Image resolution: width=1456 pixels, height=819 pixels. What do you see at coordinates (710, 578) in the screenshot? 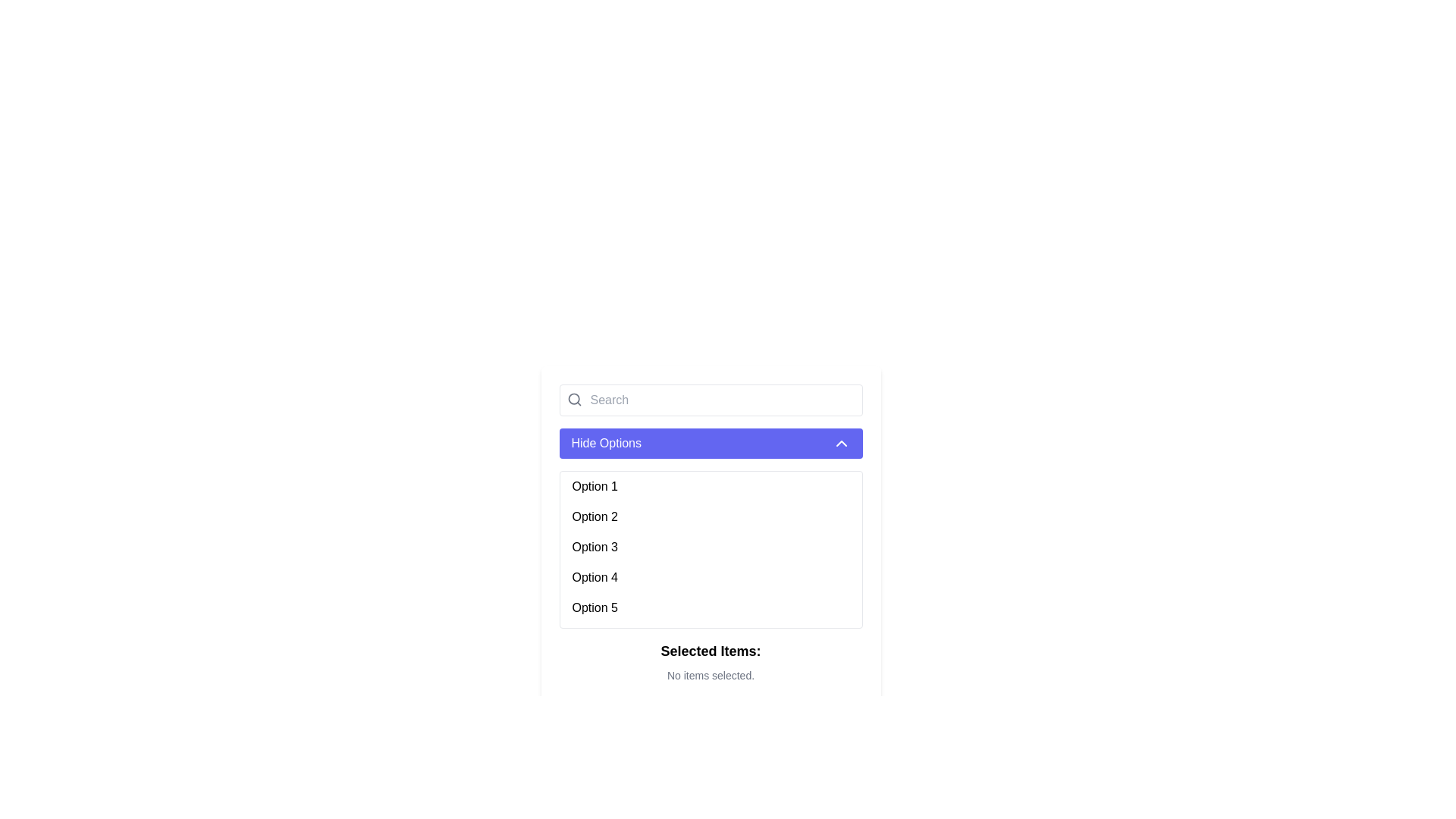
I see `the 'Option 4' selection in the dropdown menu` at bounding box center [710, 578].